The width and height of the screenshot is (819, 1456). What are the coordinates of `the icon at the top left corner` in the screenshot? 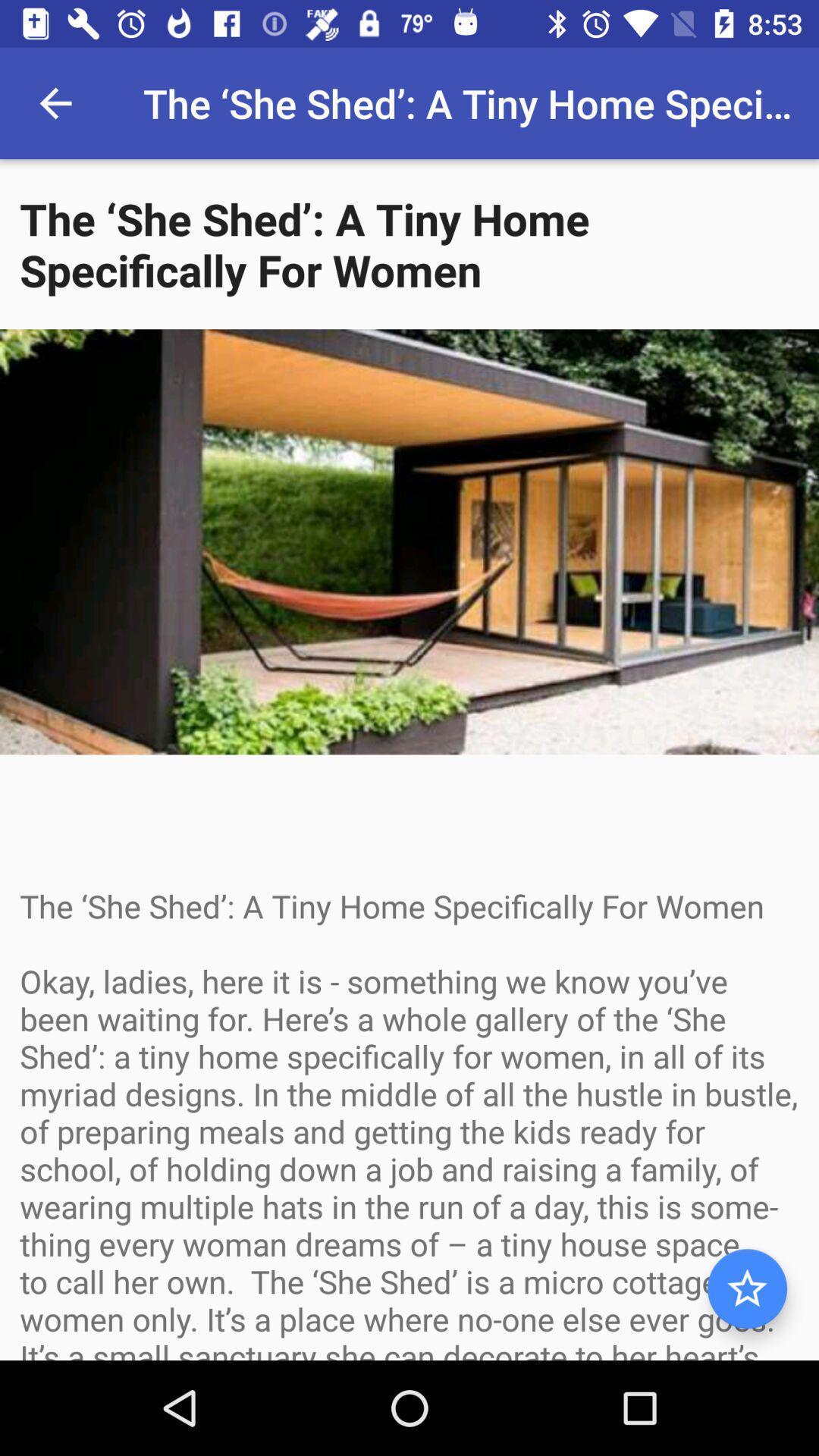 It's located at (55, 102).